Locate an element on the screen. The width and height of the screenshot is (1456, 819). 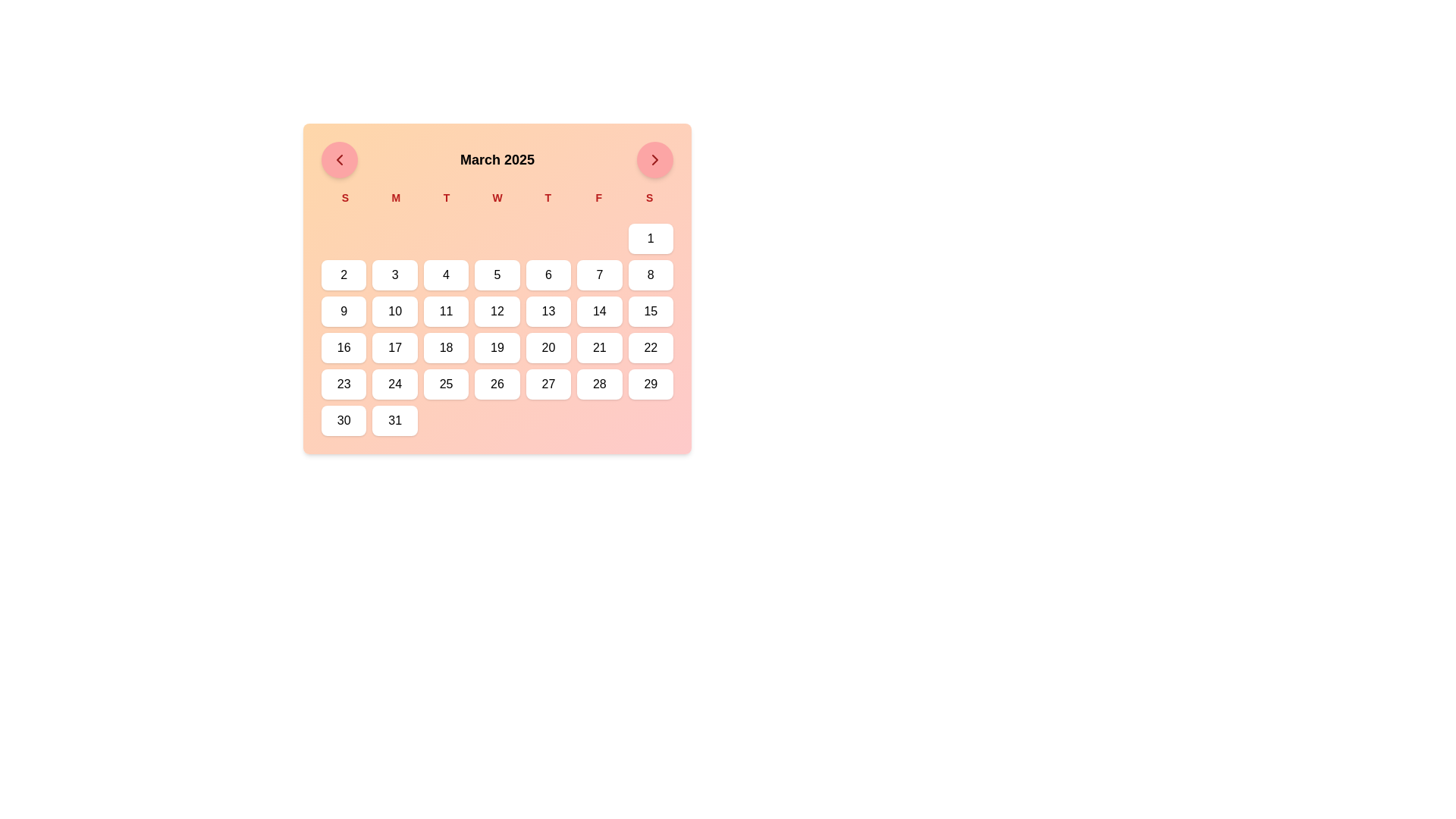
the button representing the date '3' in the calendar for March 2025 is located at coordinates (395, 275).